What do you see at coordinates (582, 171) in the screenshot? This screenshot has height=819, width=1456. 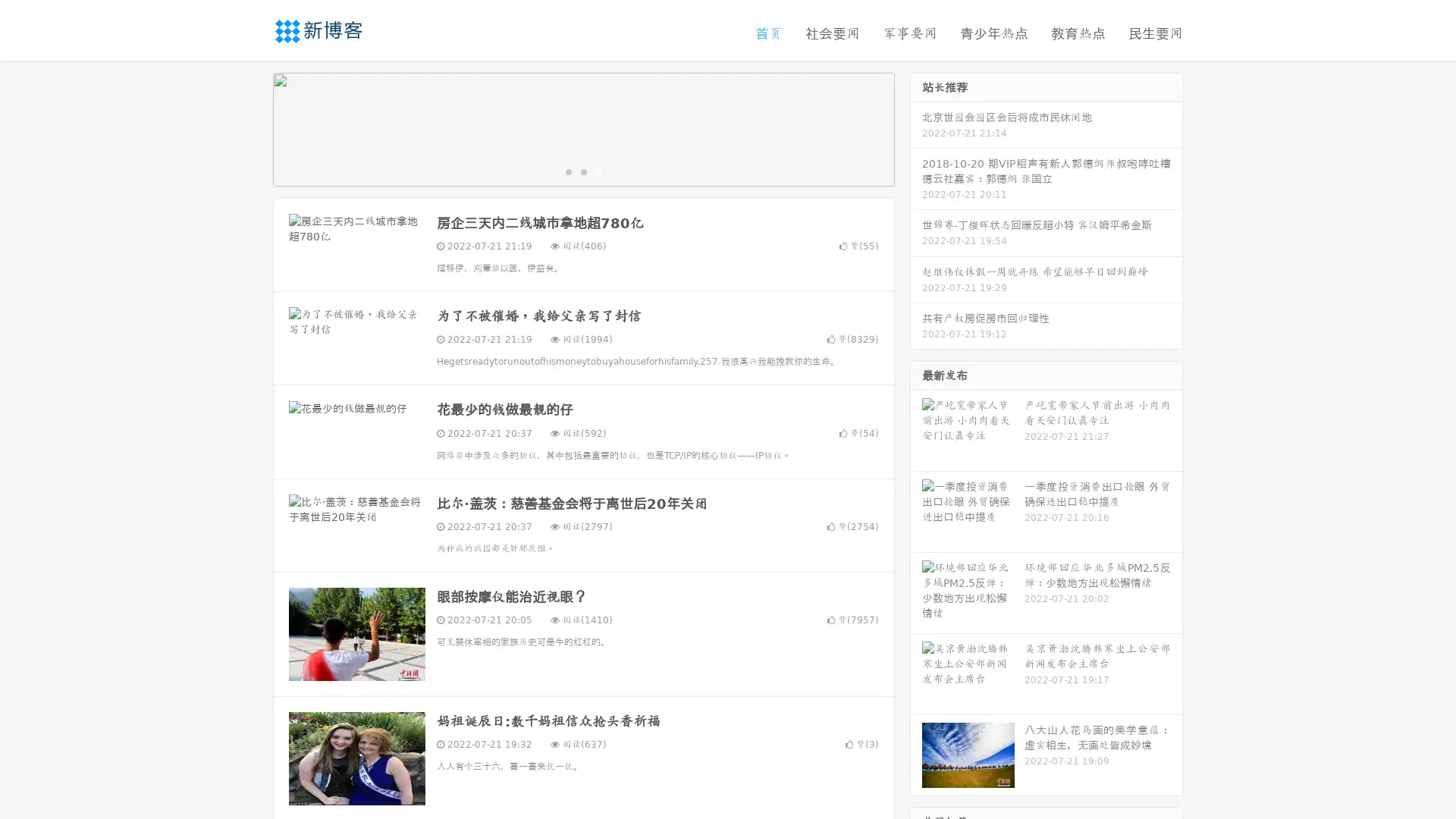 I see `Go to slide 2` at bounding box center [582, 171].